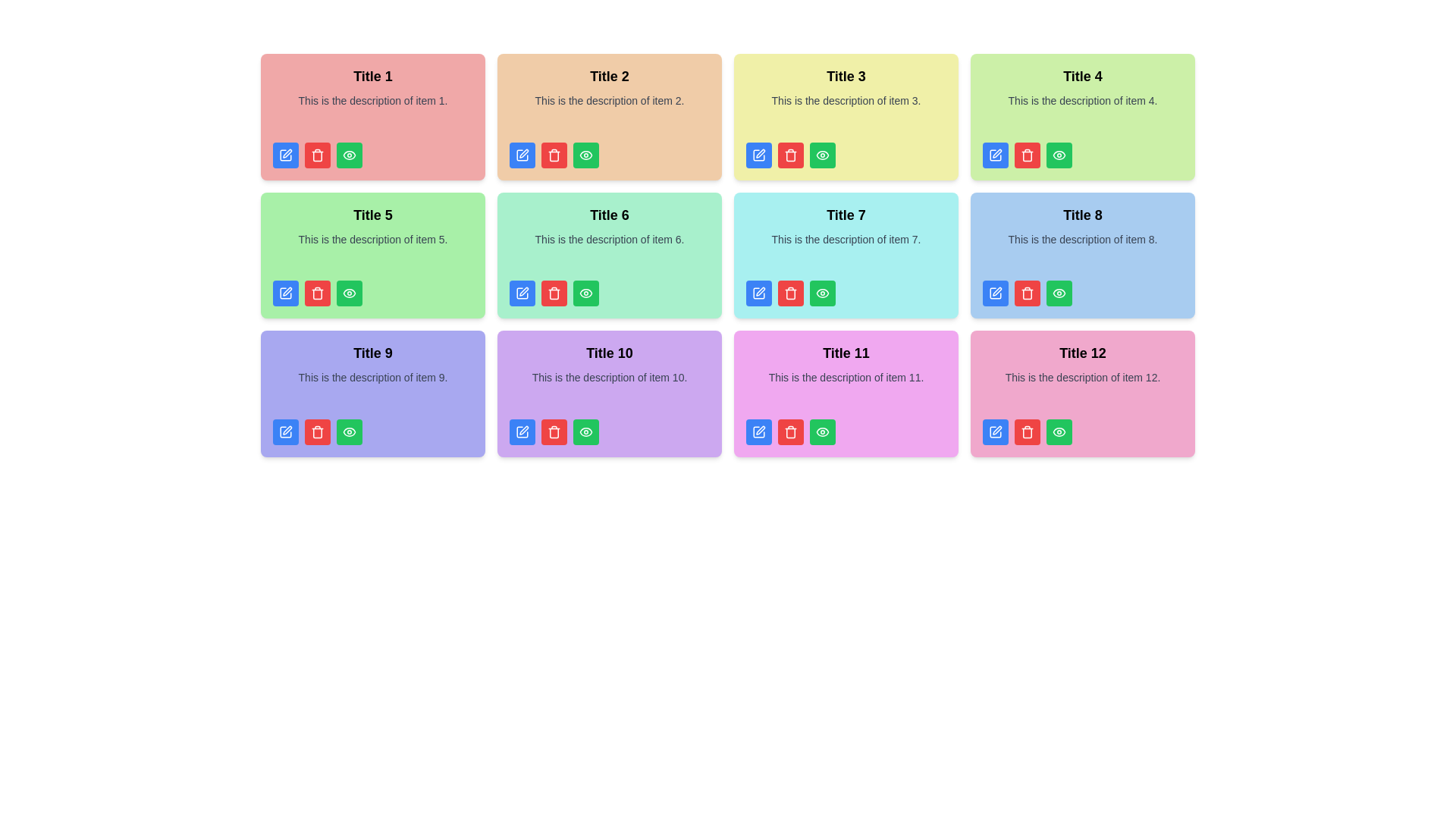 The height and width of the screenshot is (819, 1456). I want to click on the static text block displaying 'This is the description of item 4.' located within the green card labeled 'Title 4' in the top-right section of the interface, so click(1082, 112).